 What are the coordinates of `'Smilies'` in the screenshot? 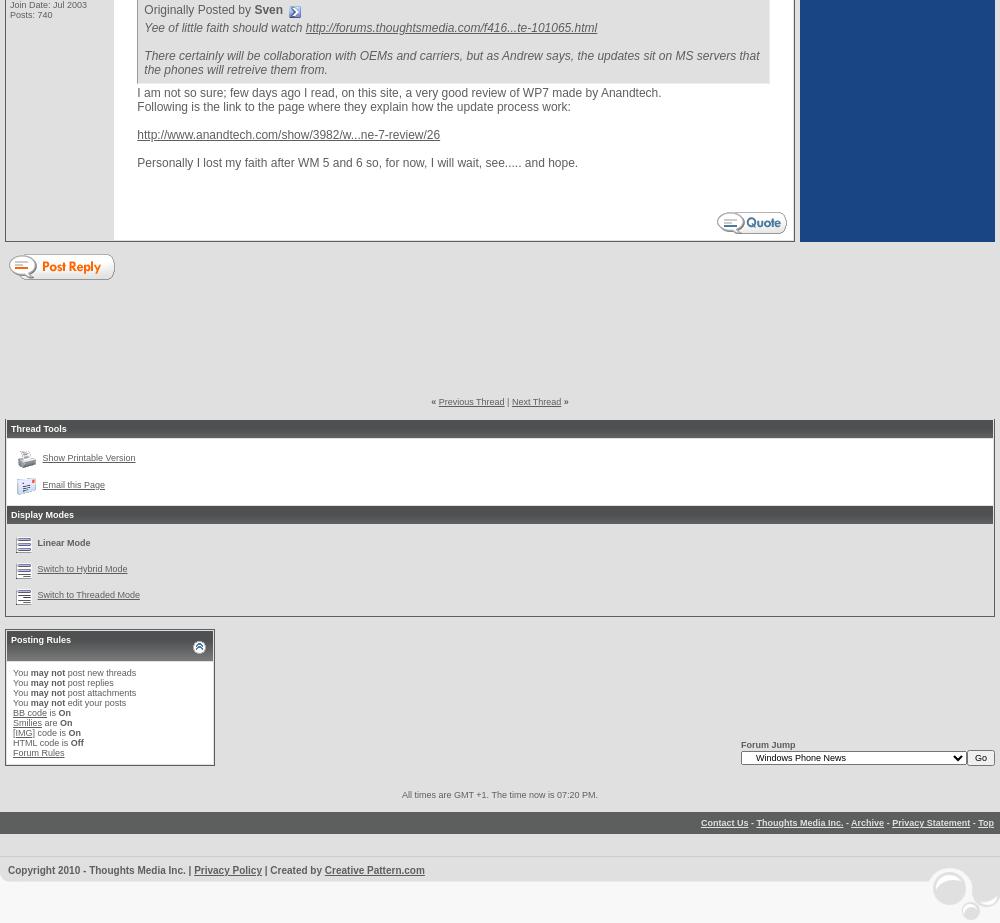 It's located at (27, 721).